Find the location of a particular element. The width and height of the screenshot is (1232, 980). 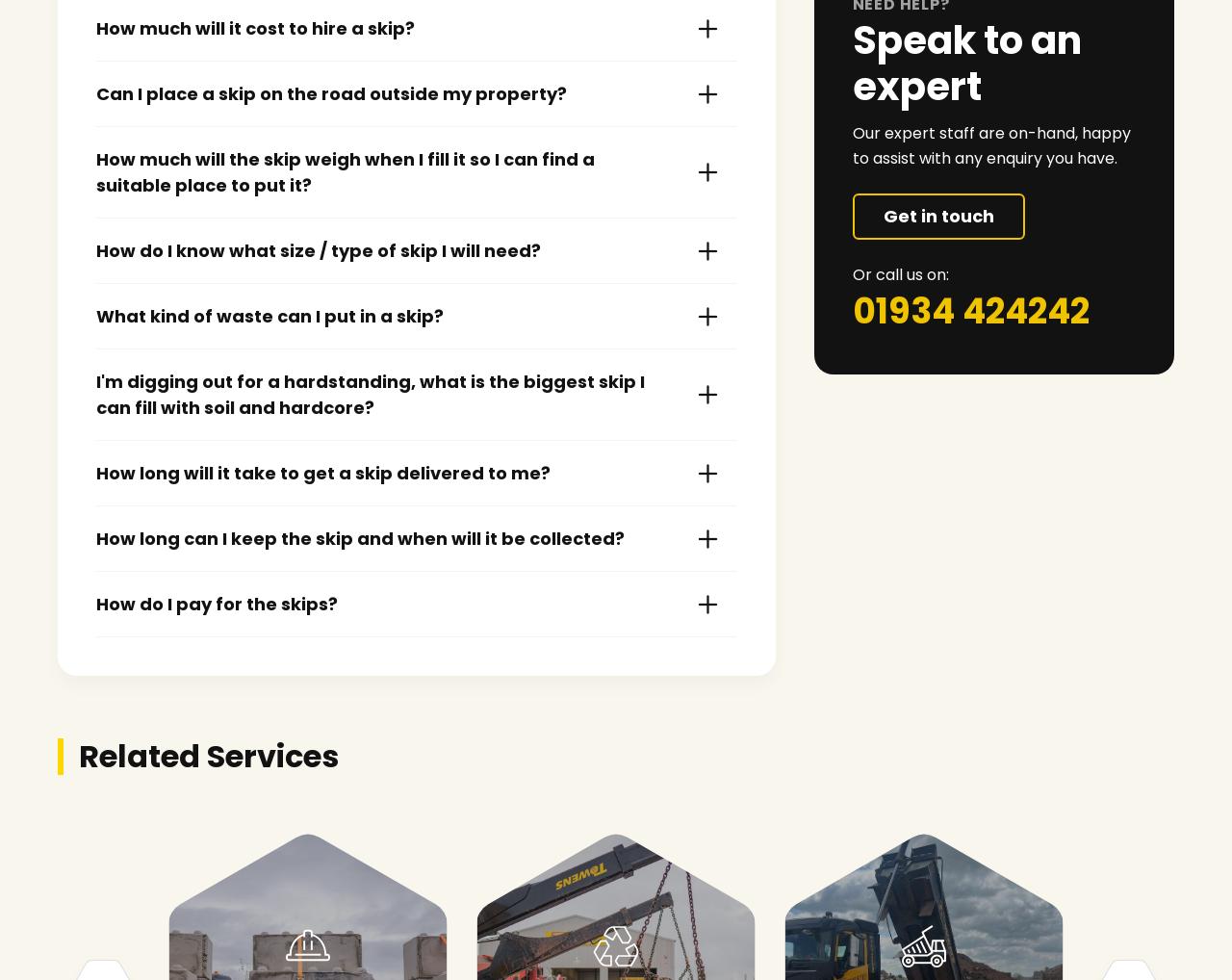

'Tippers & Muck Away' is located at coordinates (924, 938).